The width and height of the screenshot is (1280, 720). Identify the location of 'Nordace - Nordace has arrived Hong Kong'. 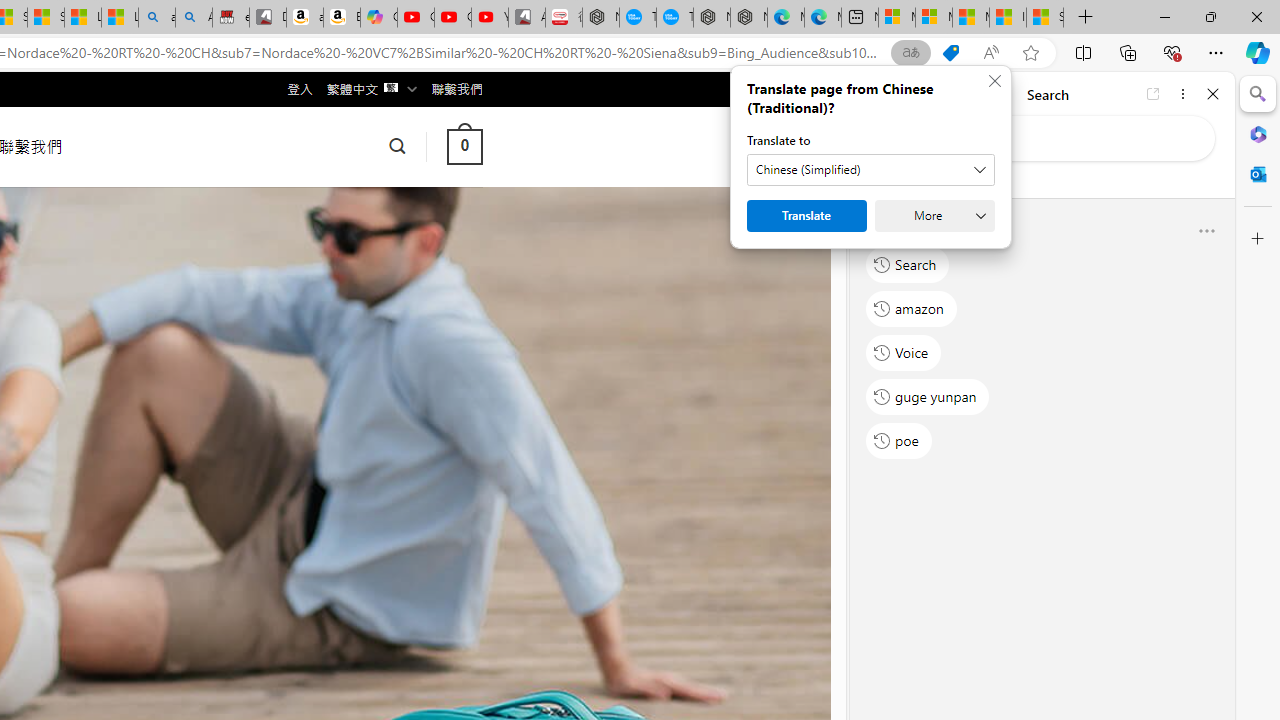
(747, 17).